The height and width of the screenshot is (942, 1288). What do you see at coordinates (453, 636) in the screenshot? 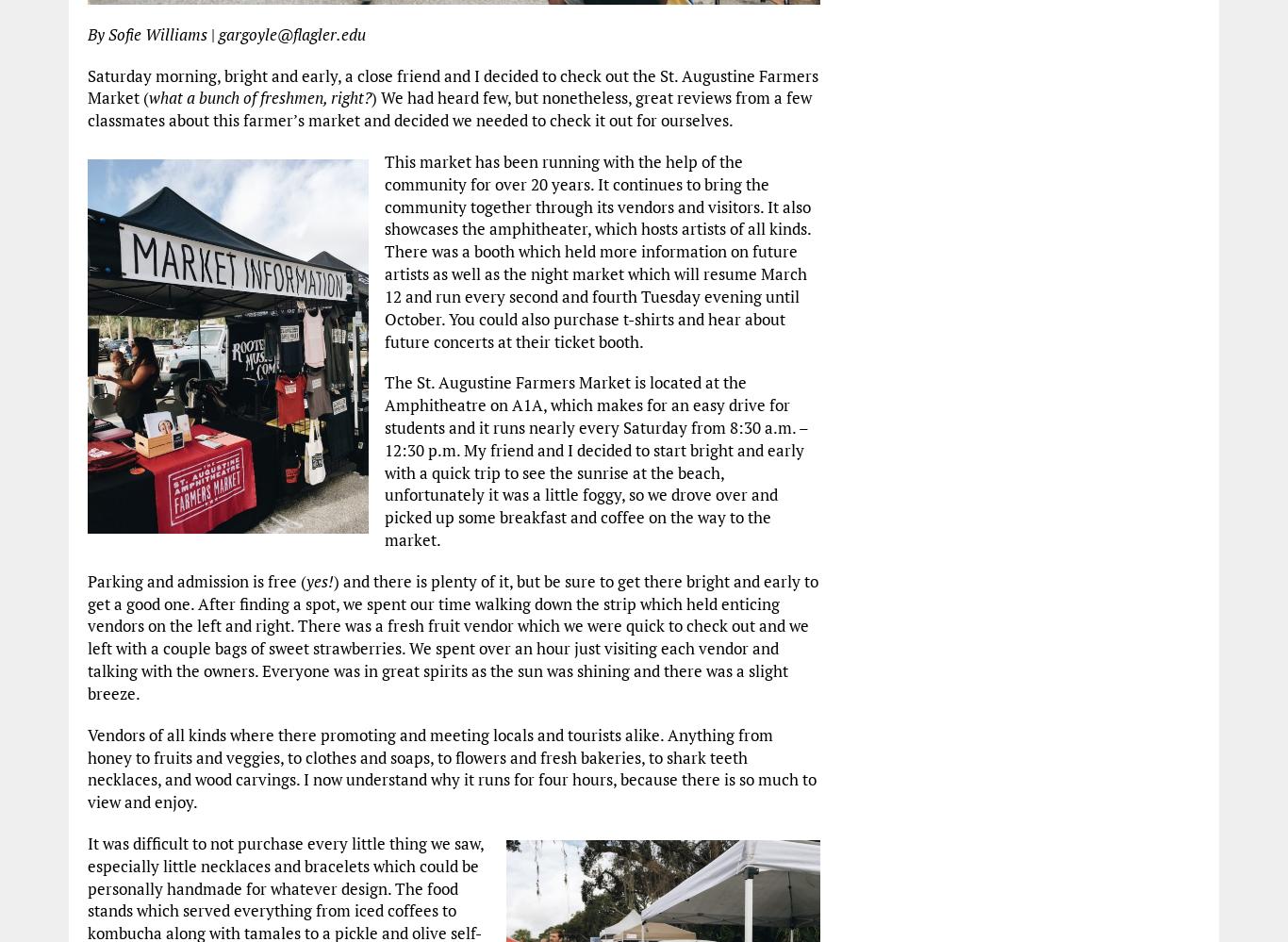
I see `') and there is plenty of it, but be sure to get there bright and early to get a good one. After finding a spot, we spent our time walking down the strip which held enticing vendors on the left and right. There was a fresh fruit vendor which we were quick to check out and we left with a couple bags of sweet strawberries. We spent over an hour just visiting each vendor and talking with the owners. Everyone was in great spirits as the sun was shining and there was a slight breeze.'` at bounding box center [453, 636].